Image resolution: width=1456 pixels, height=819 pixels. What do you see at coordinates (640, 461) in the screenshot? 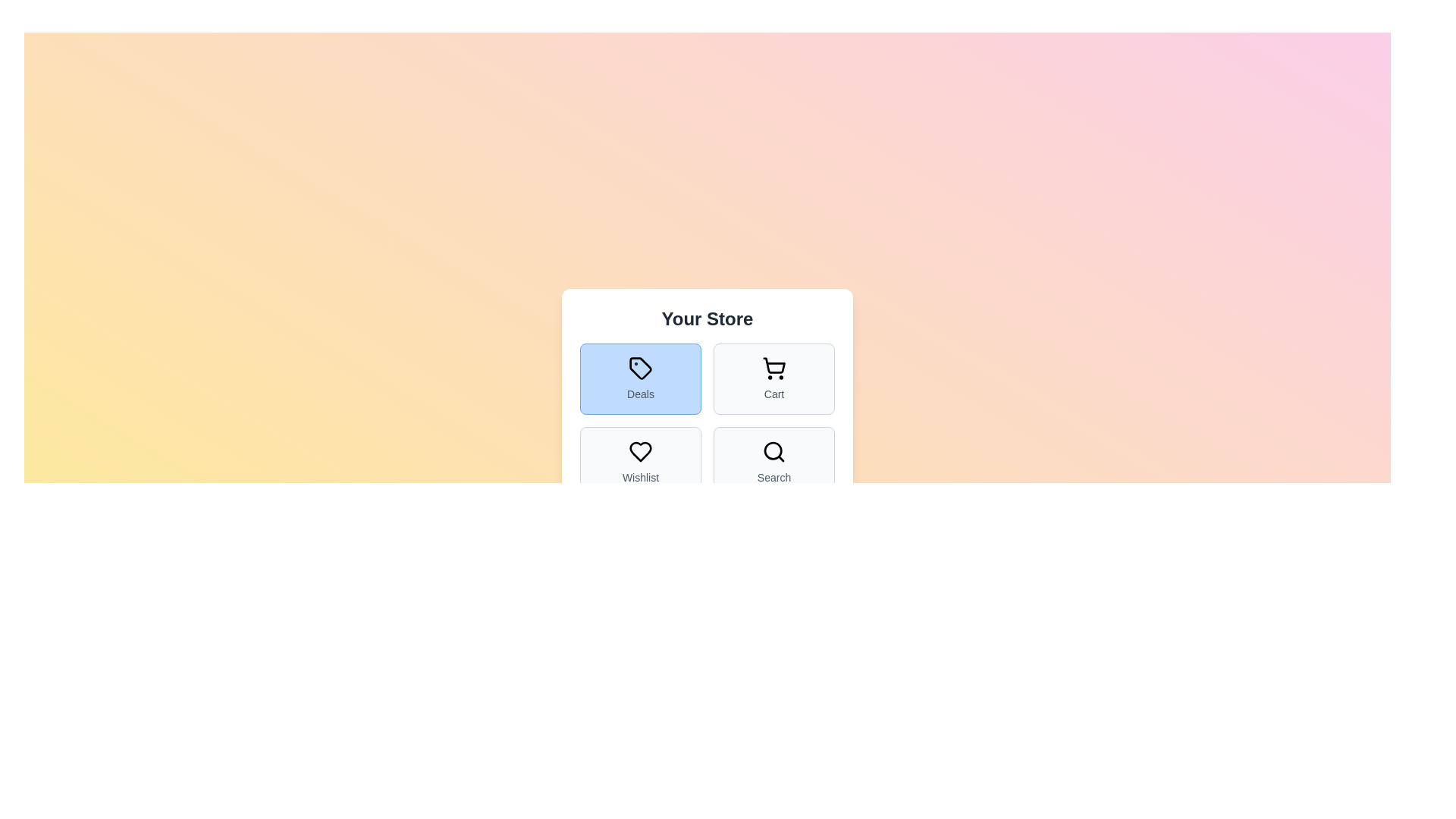
I see `the Wishlist tab button to observe its hover effect` at bounding box center [640, 461].